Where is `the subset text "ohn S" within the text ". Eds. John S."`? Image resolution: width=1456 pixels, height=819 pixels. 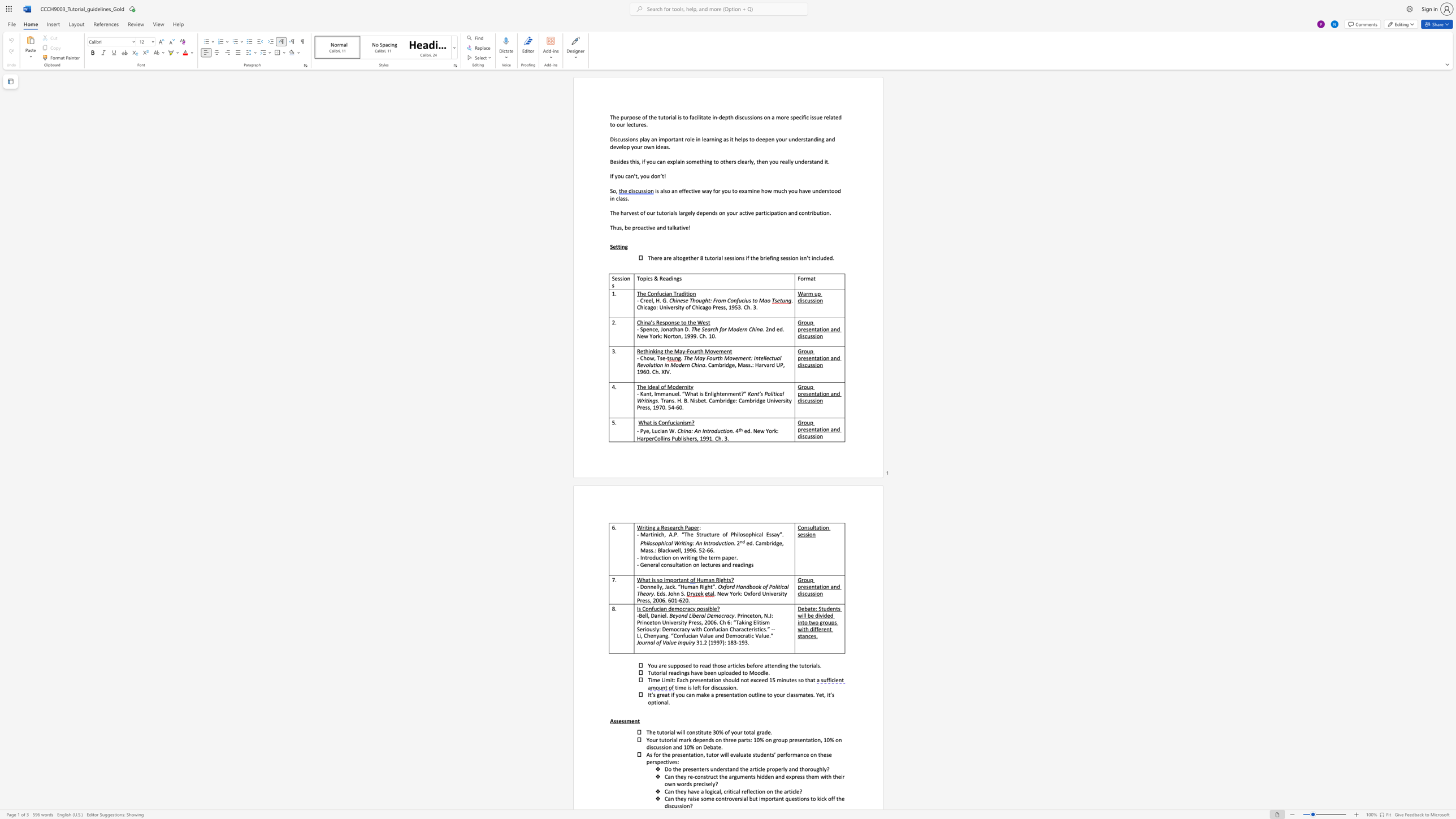 the subset text "ohn S" within the text ". Eds. John S." is located at coordinates (670, 593).